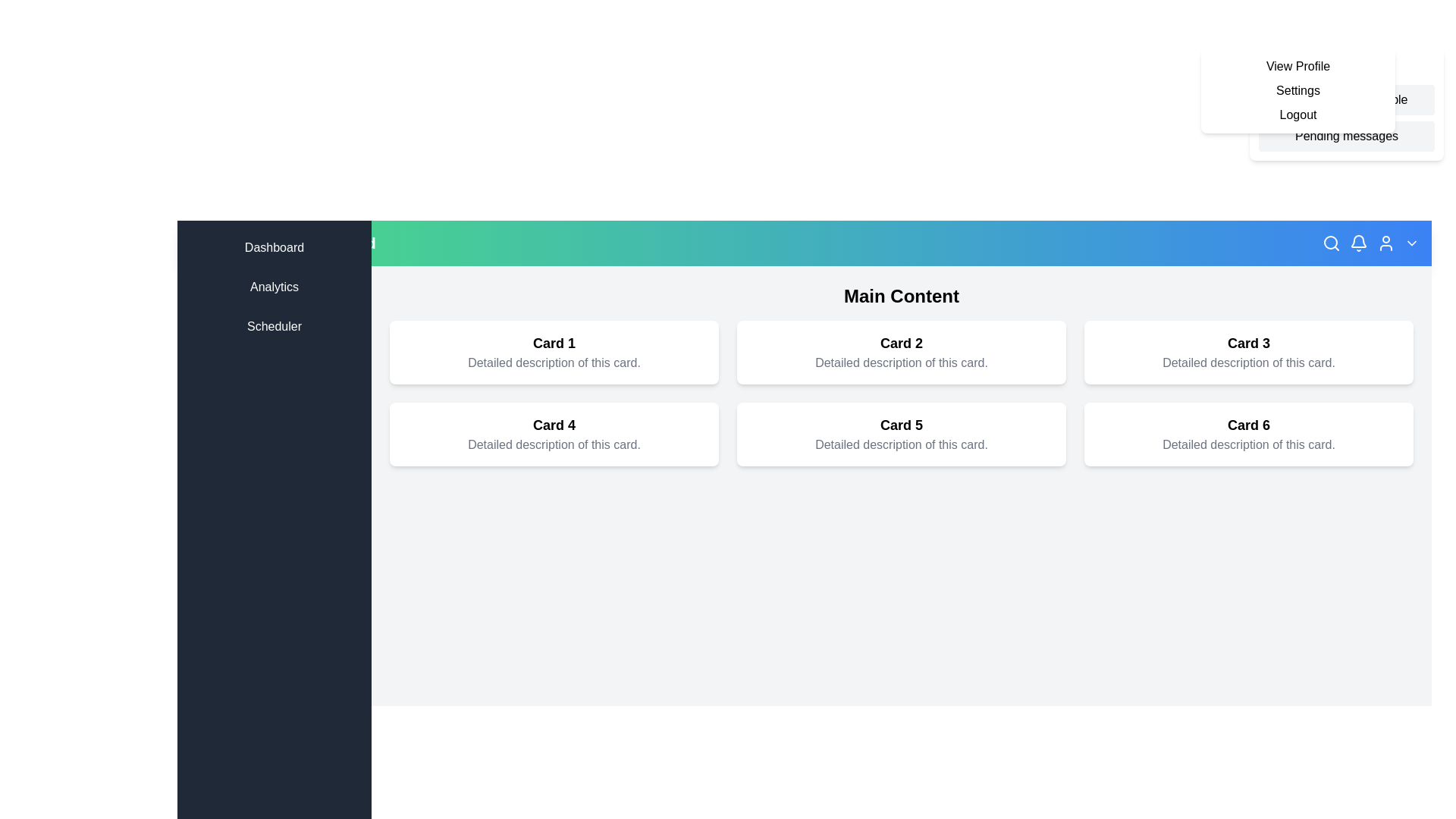  I want to click on the bold text label reading 'Card 6', which is the title within the sixth card of a 3x2 grid layout, so click(1248, 425).